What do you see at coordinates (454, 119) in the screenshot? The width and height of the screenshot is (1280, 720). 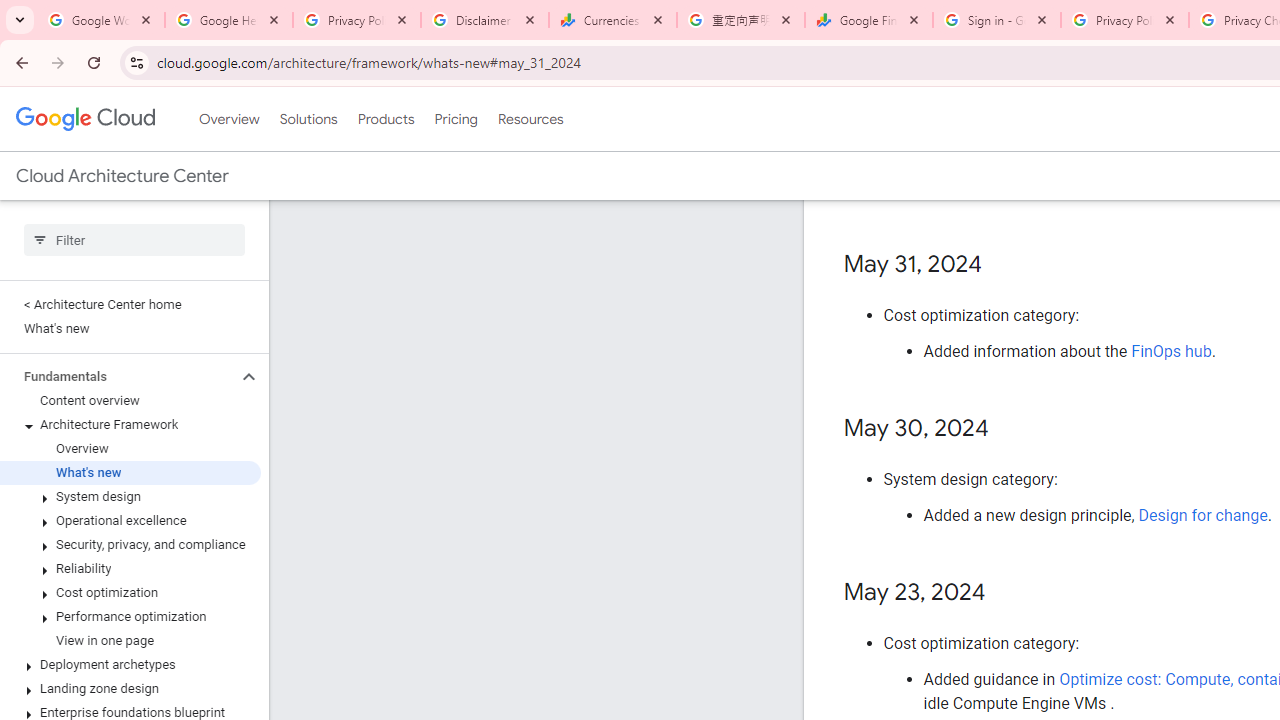 I see `'Pricing'` at bounding box center [454, 119].